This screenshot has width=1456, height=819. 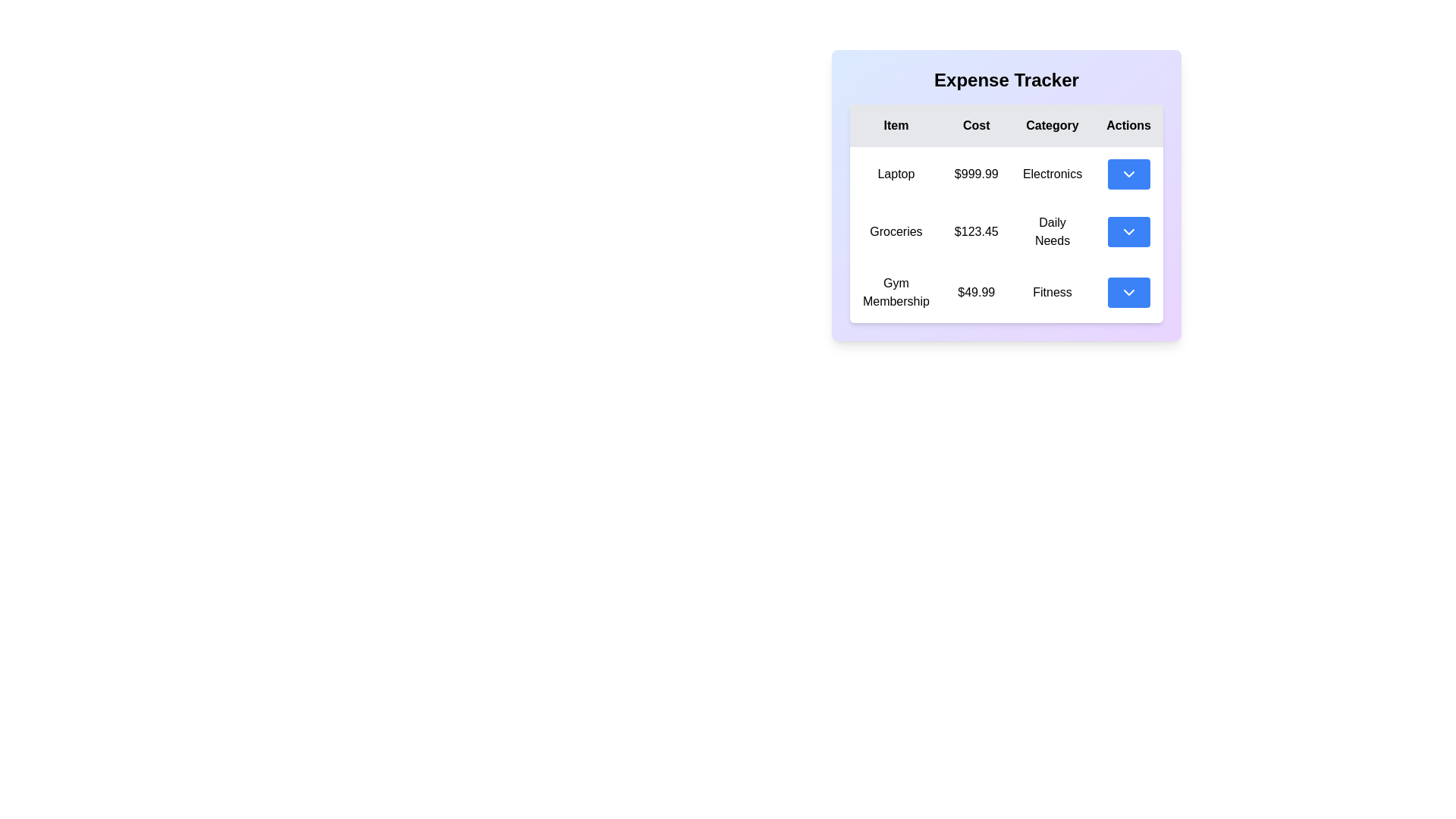 I want to click on the Icon (Chevron Down) in the 'Actions' column of the second row in the 'Expense Tracker' table, so click(x=1128, y=231).